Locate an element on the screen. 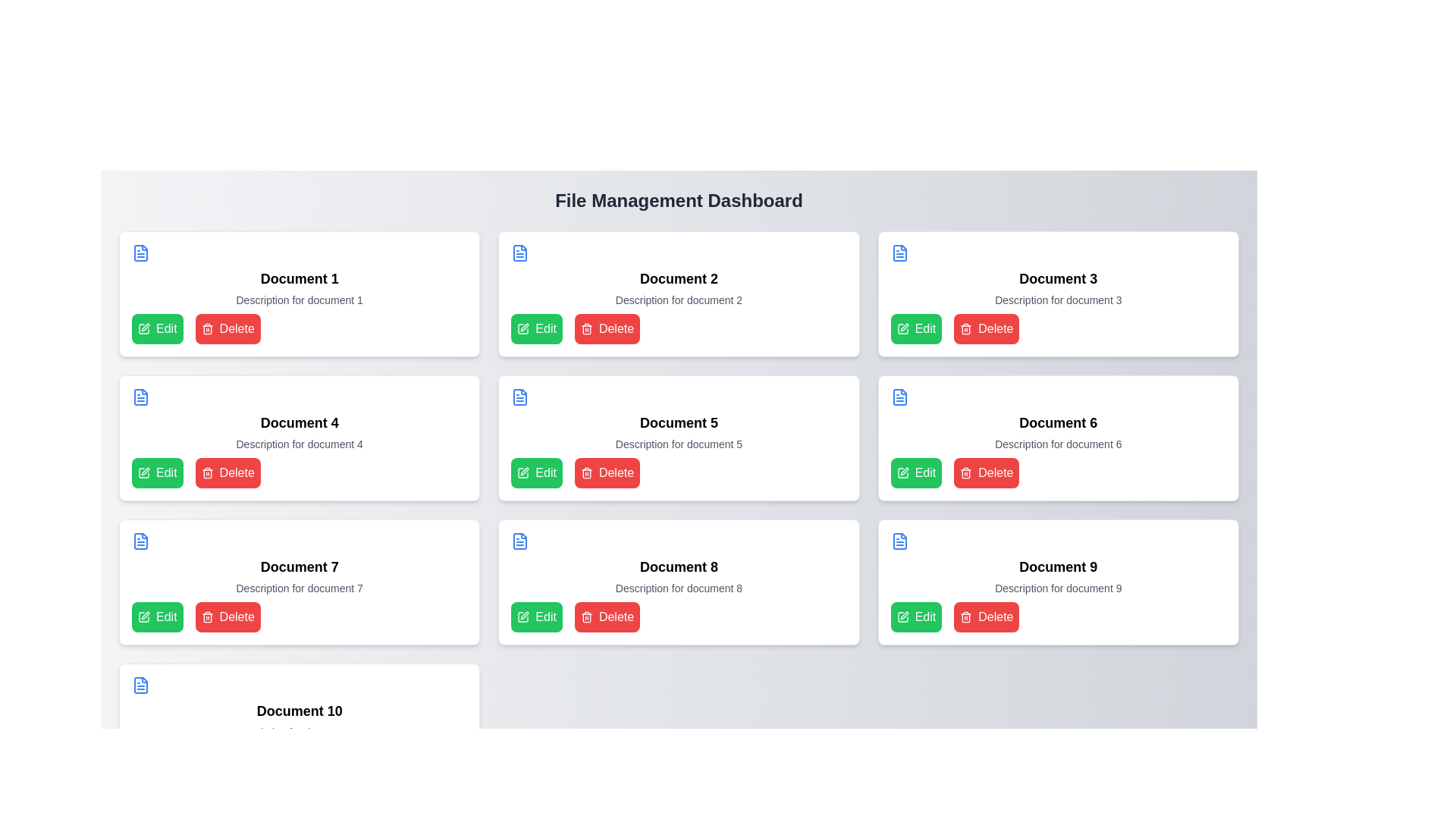 The height and width of the screenshot is (819, 1456). the SVG document icon located in the top-left corner of the 'Document 1' box is located at coordinates (141, 253).